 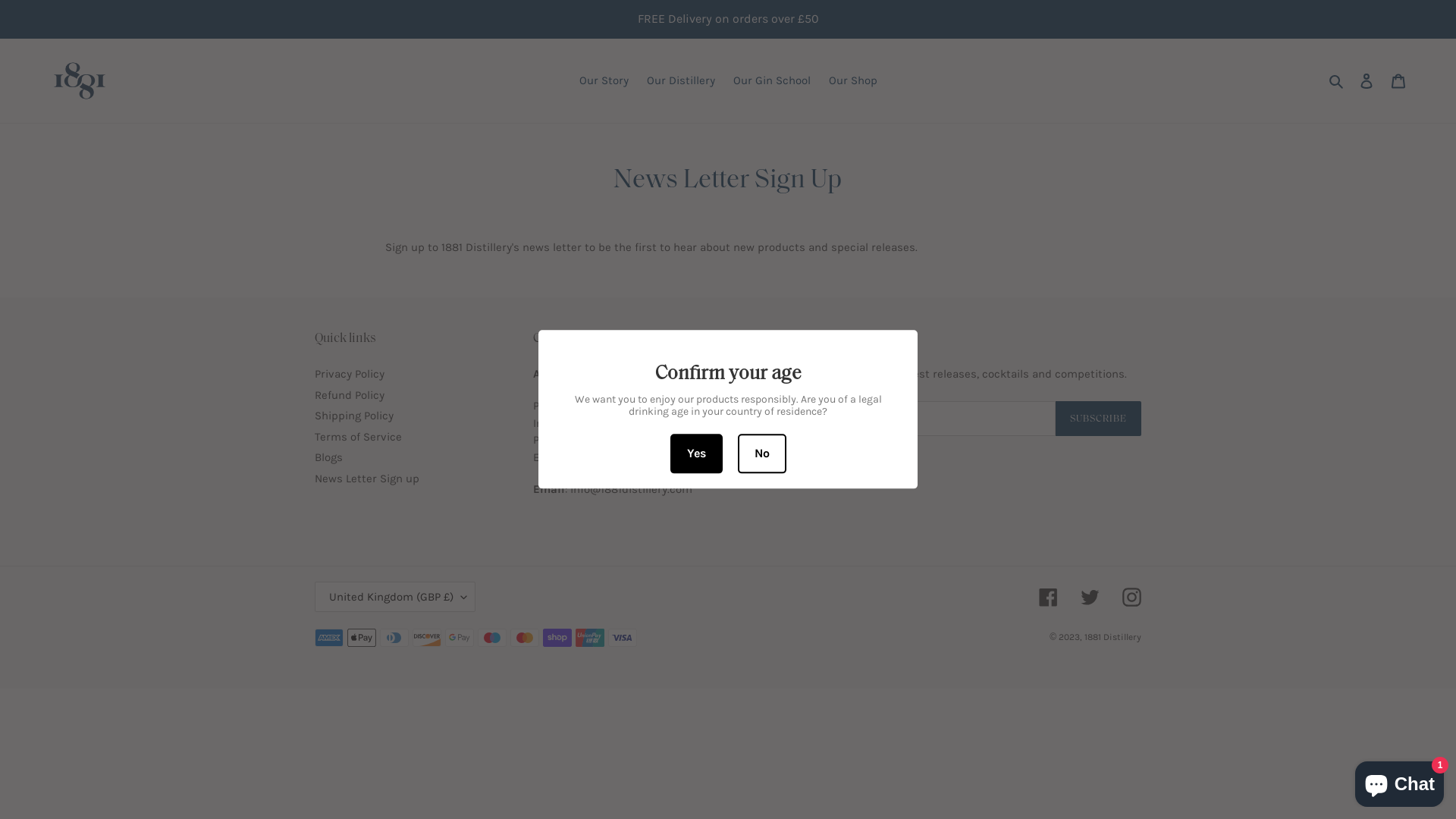 I want to click on 'Search', so click(x=1337, y=80).